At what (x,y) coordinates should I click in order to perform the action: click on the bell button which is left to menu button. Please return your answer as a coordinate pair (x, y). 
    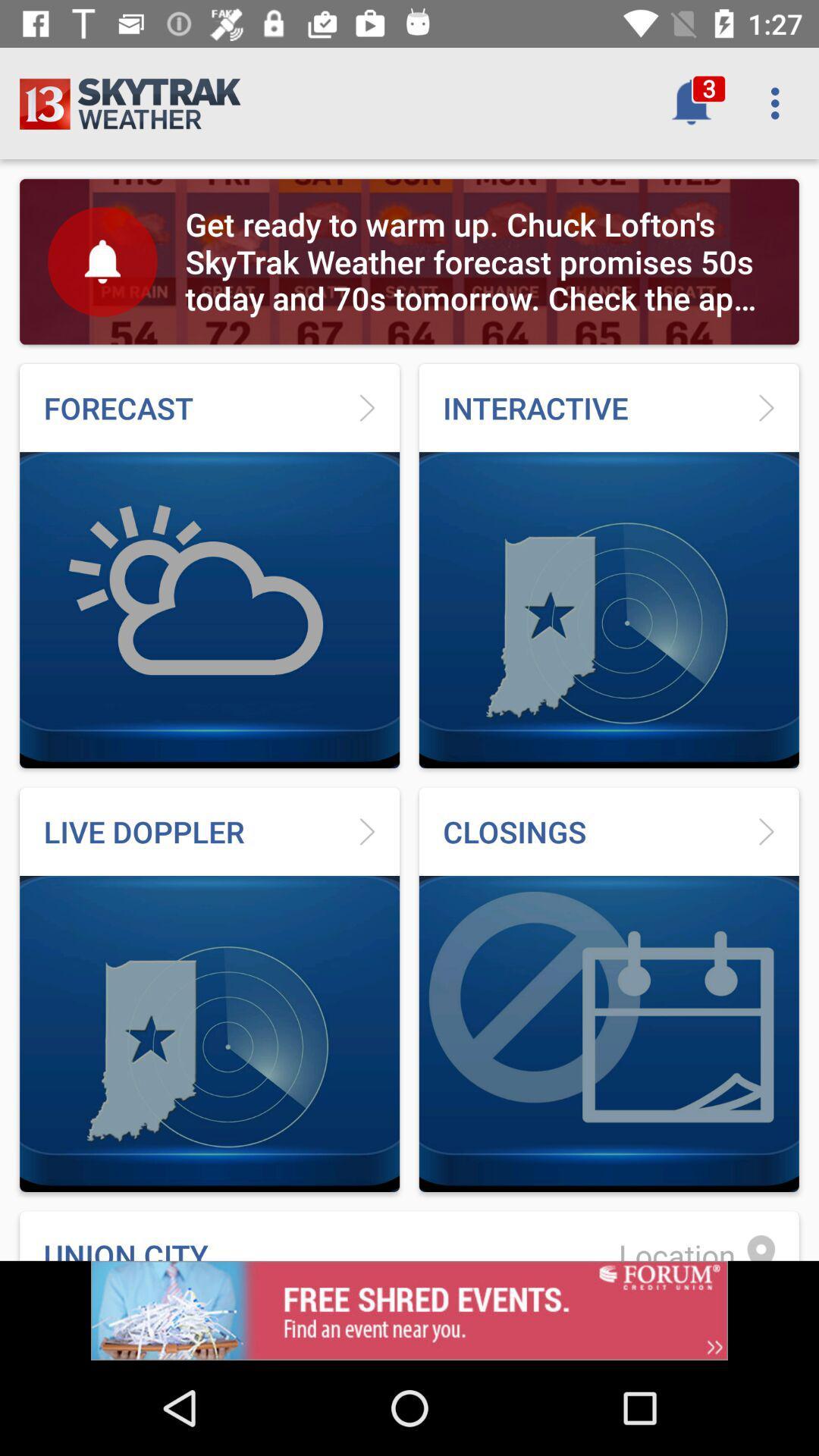
    Looking at the image, I should click on (691, 103).